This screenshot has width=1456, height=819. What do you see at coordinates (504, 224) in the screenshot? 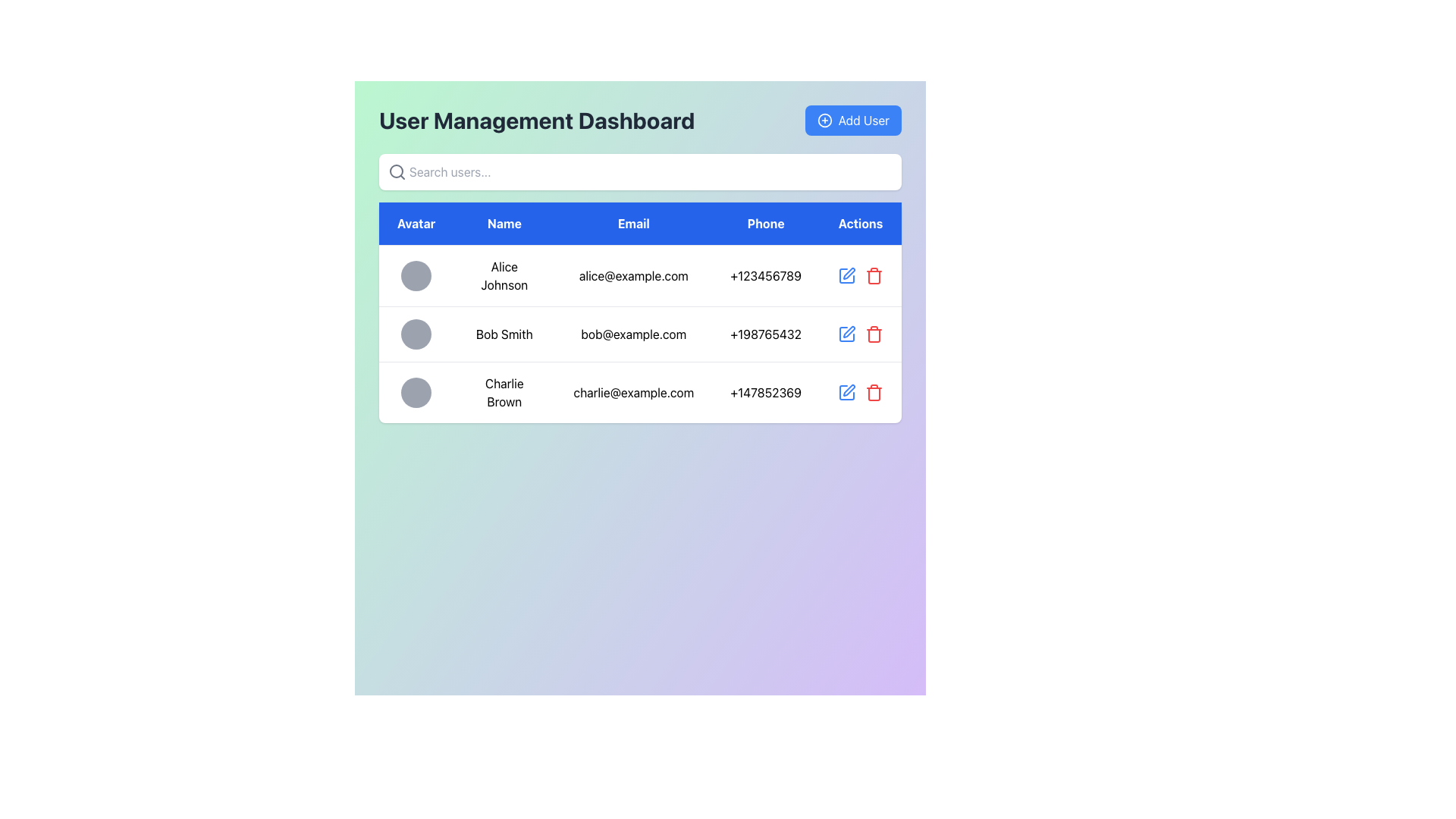
I see `the header labeled 'Name', which is the second column in the header row with a blue background and white text` at bounding box center [504, 224].